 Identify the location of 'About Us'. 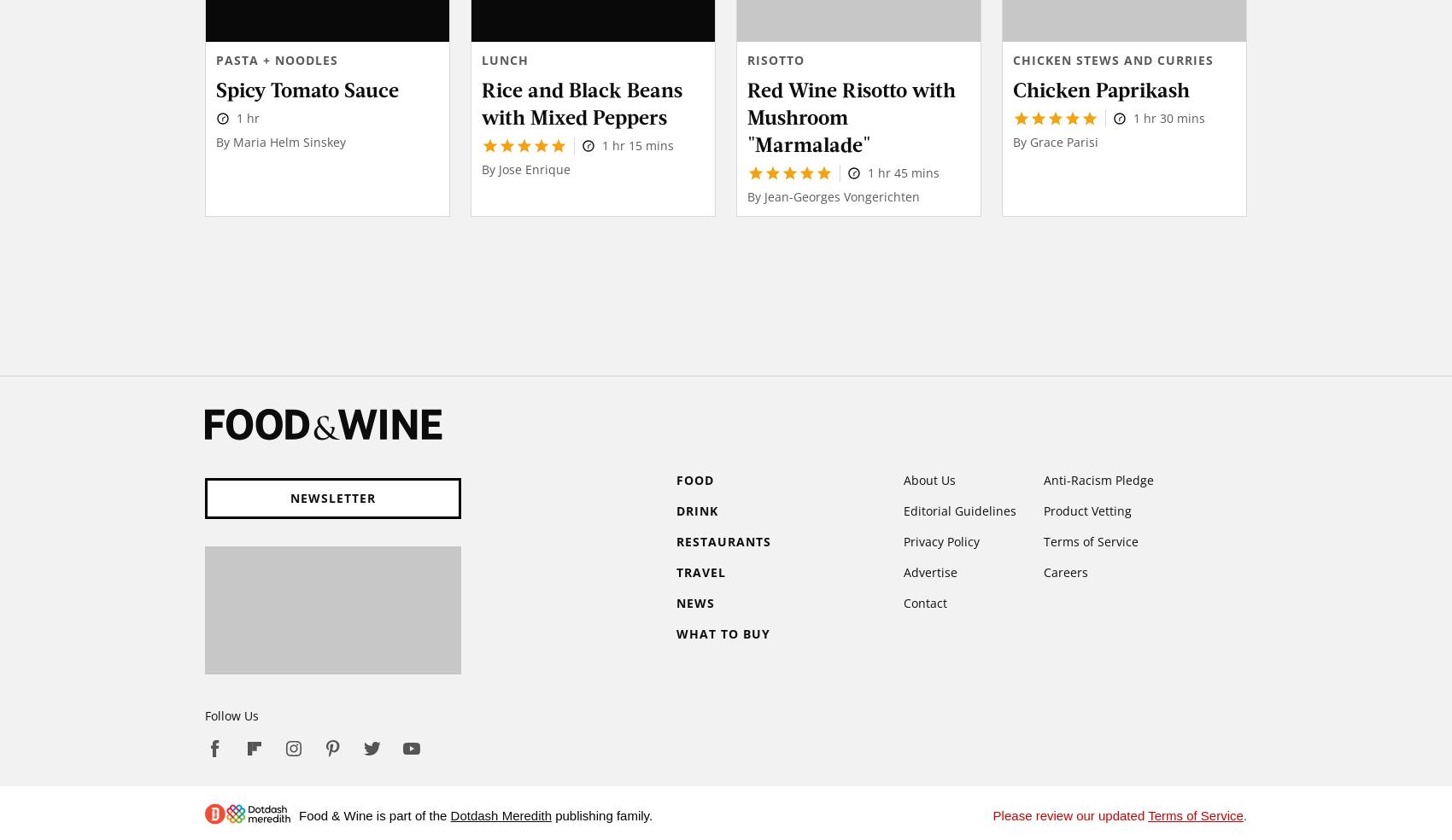
(902, 478).